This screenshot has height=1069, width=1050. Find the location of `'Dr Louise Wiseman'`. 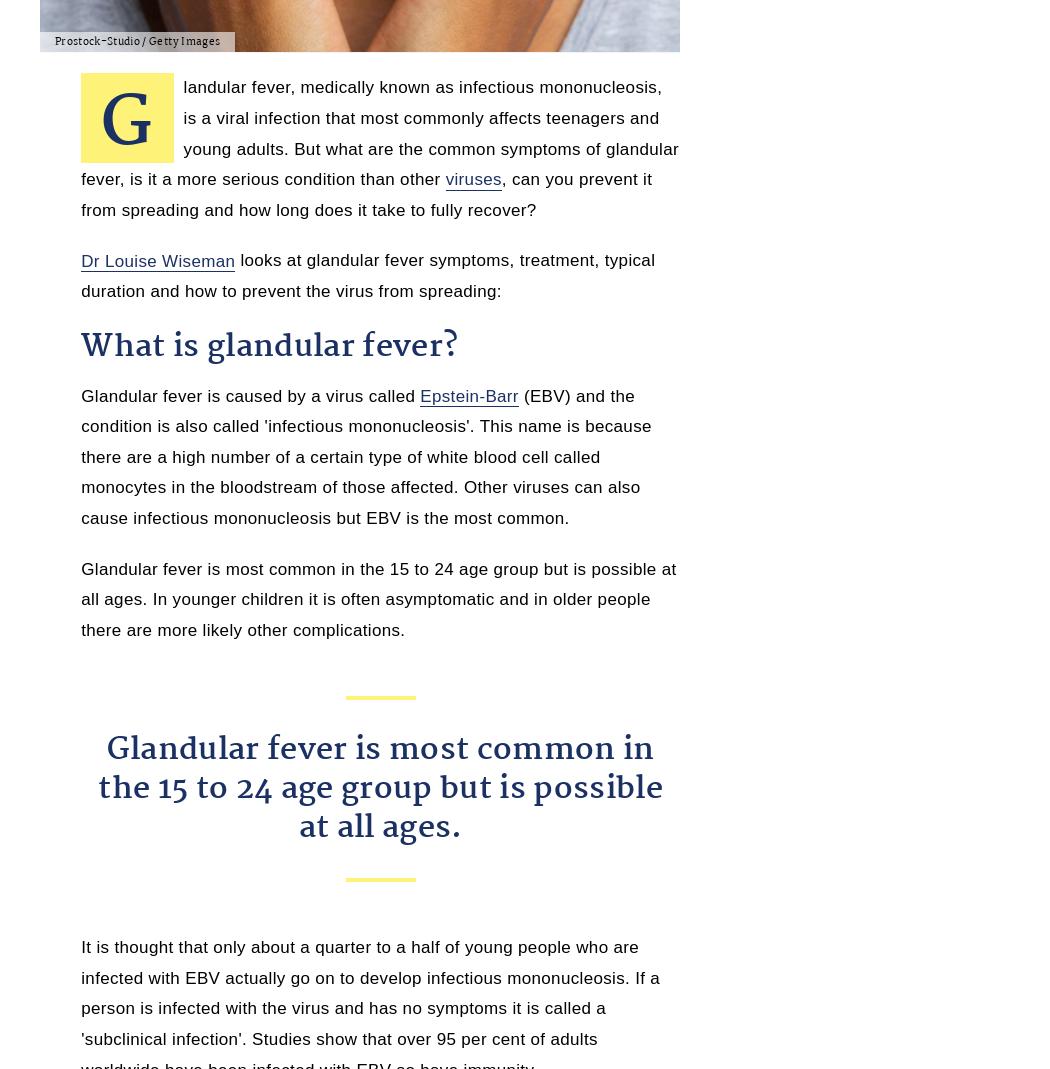

'Dr Louise Wiseman' is located at coordinates (158, 259).